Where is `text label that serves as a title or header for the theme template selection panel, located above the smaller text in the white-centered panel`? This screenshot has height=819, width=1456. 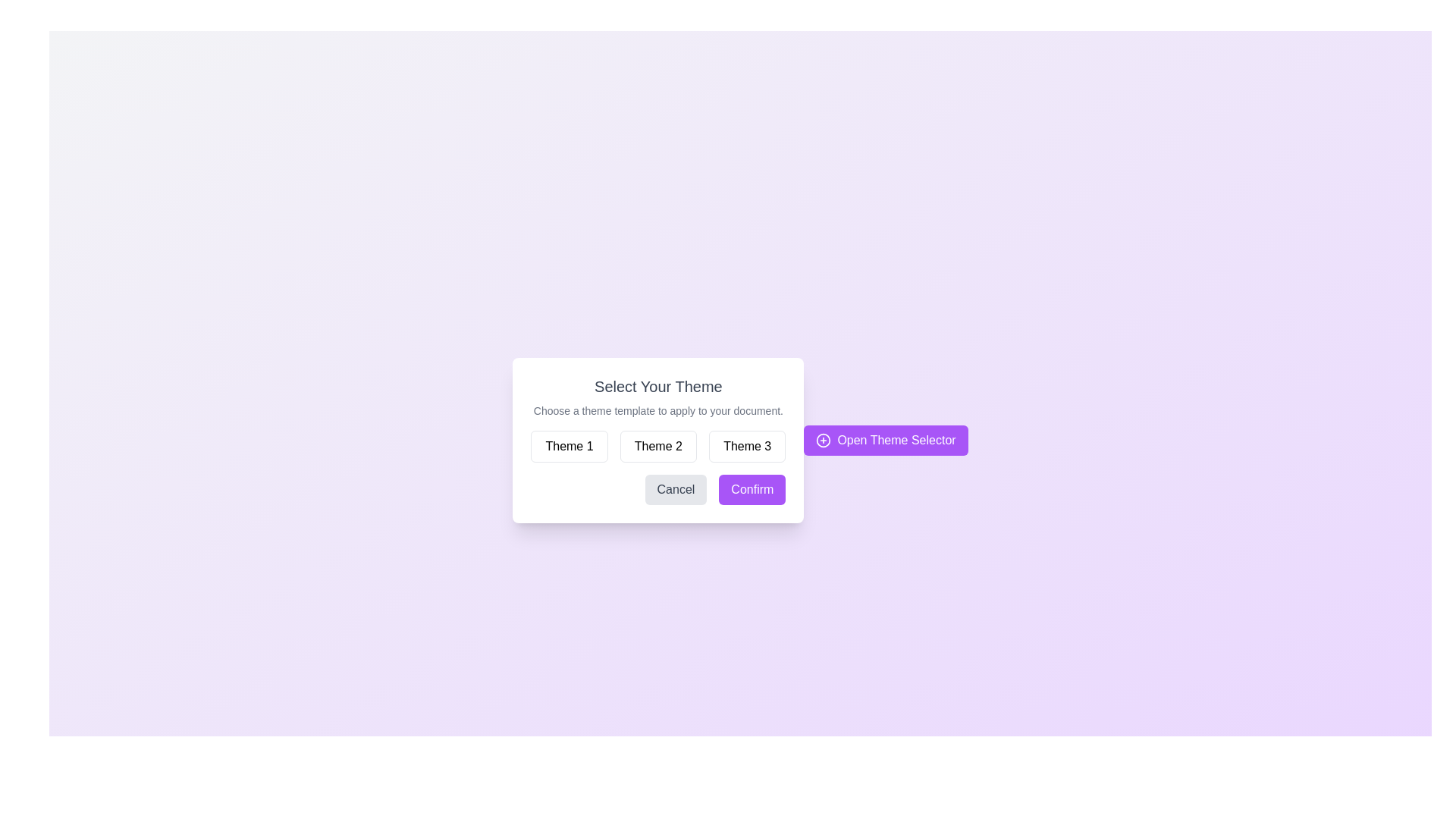
text label that serves as a title or header for the theme template selection panel, located above the smaller text in the white-centered panel is located at coordinates (658, 385).